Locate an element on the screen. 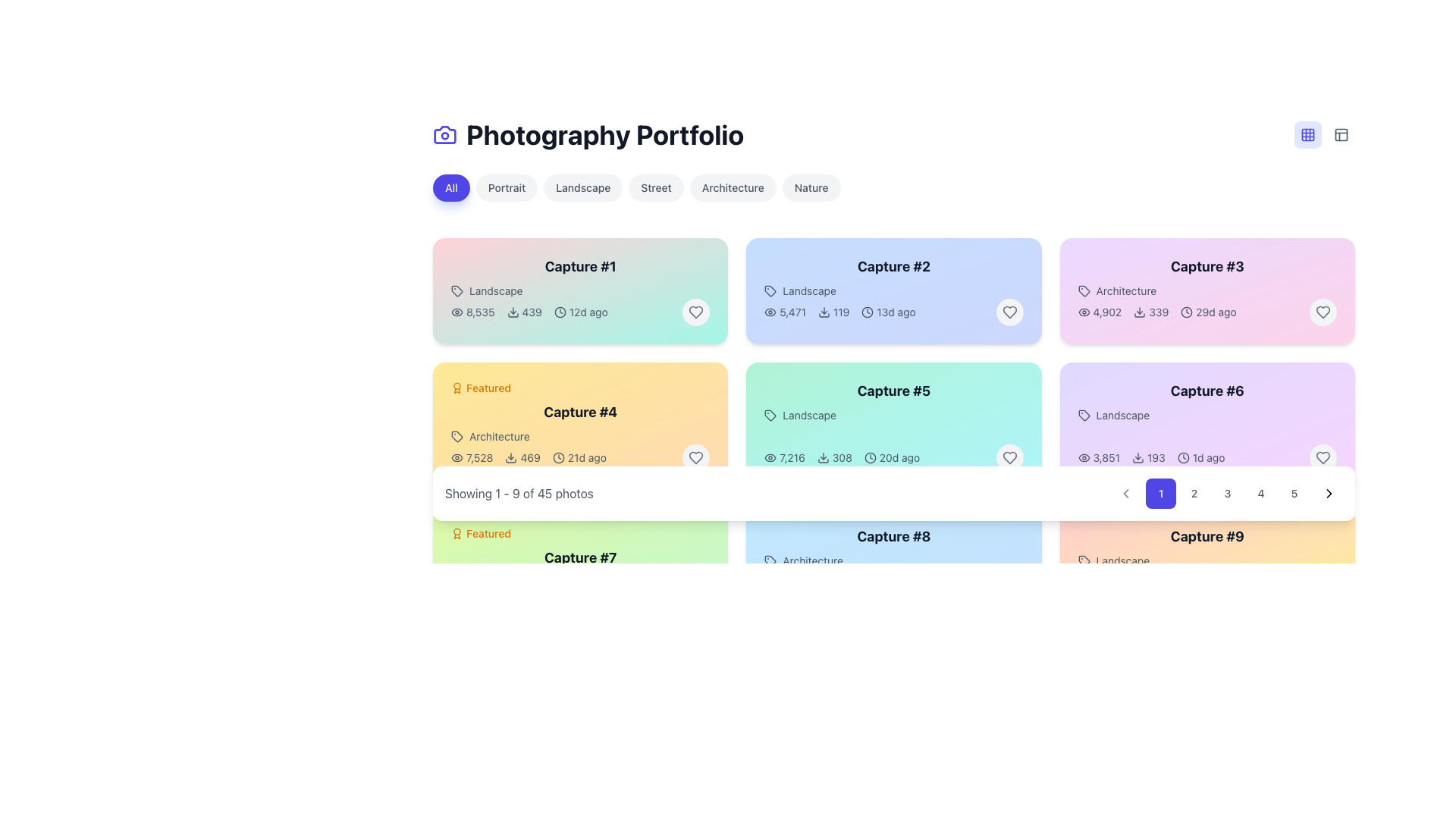 This screenshot has width=1456, height=819. the Custom SVG graphical badge or icon, which is an award symbol styled badge located leftmost in a line of elements preceding the 'Featured' text and near the top of the yellow 'Capture #4' box is located at coordinates (457, 388).